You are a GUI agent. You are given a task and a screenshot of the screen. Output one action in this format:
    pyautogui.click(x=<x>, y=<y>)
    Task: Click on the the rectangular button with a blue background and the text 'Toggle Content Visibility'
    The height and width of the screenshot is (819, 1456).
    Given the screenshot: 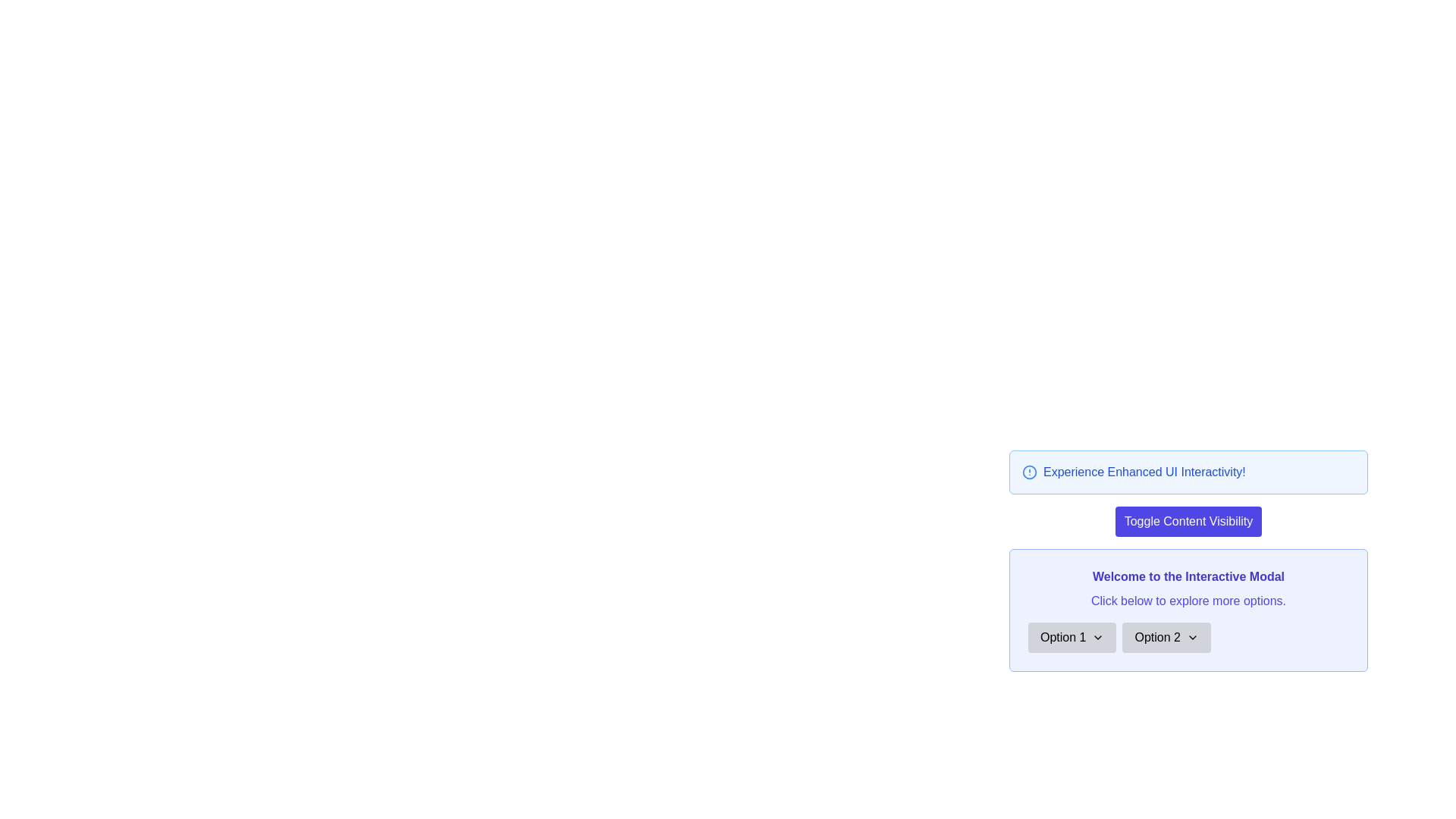 What is the action you would take?
    pyautogui.click(x=1188, y=520)
    